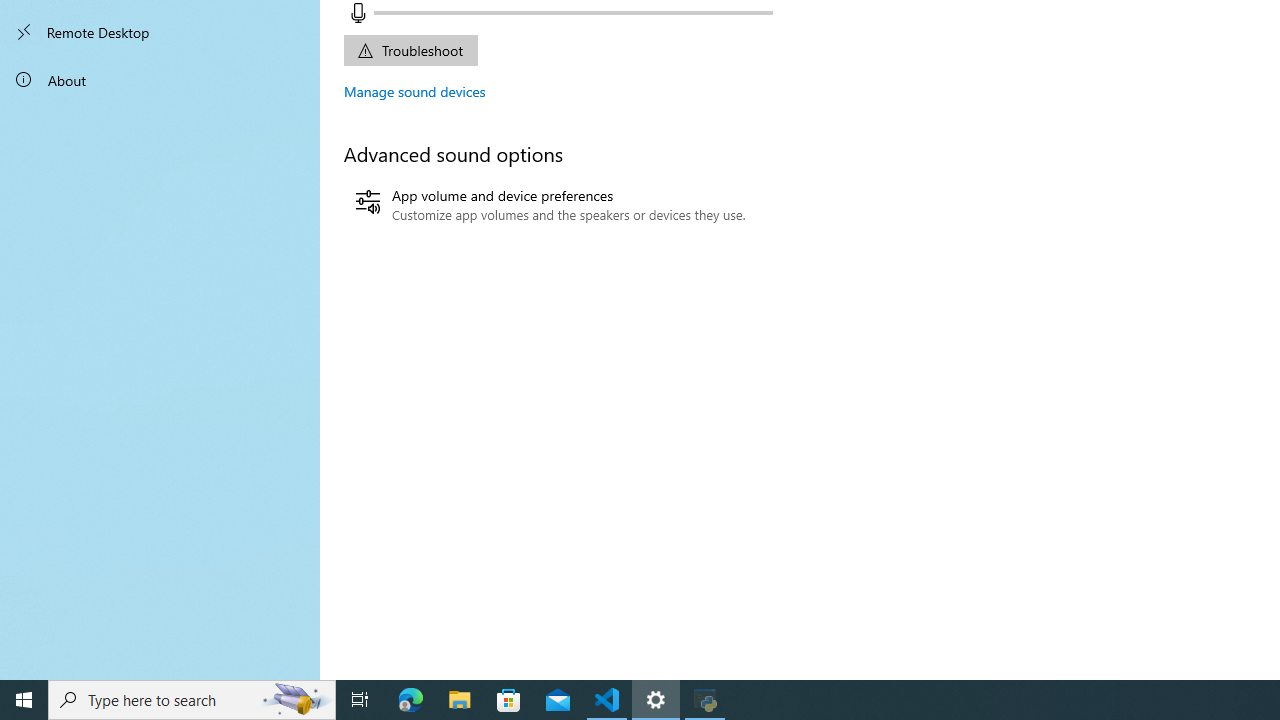  I want to click on 'About', so click(160, 78).